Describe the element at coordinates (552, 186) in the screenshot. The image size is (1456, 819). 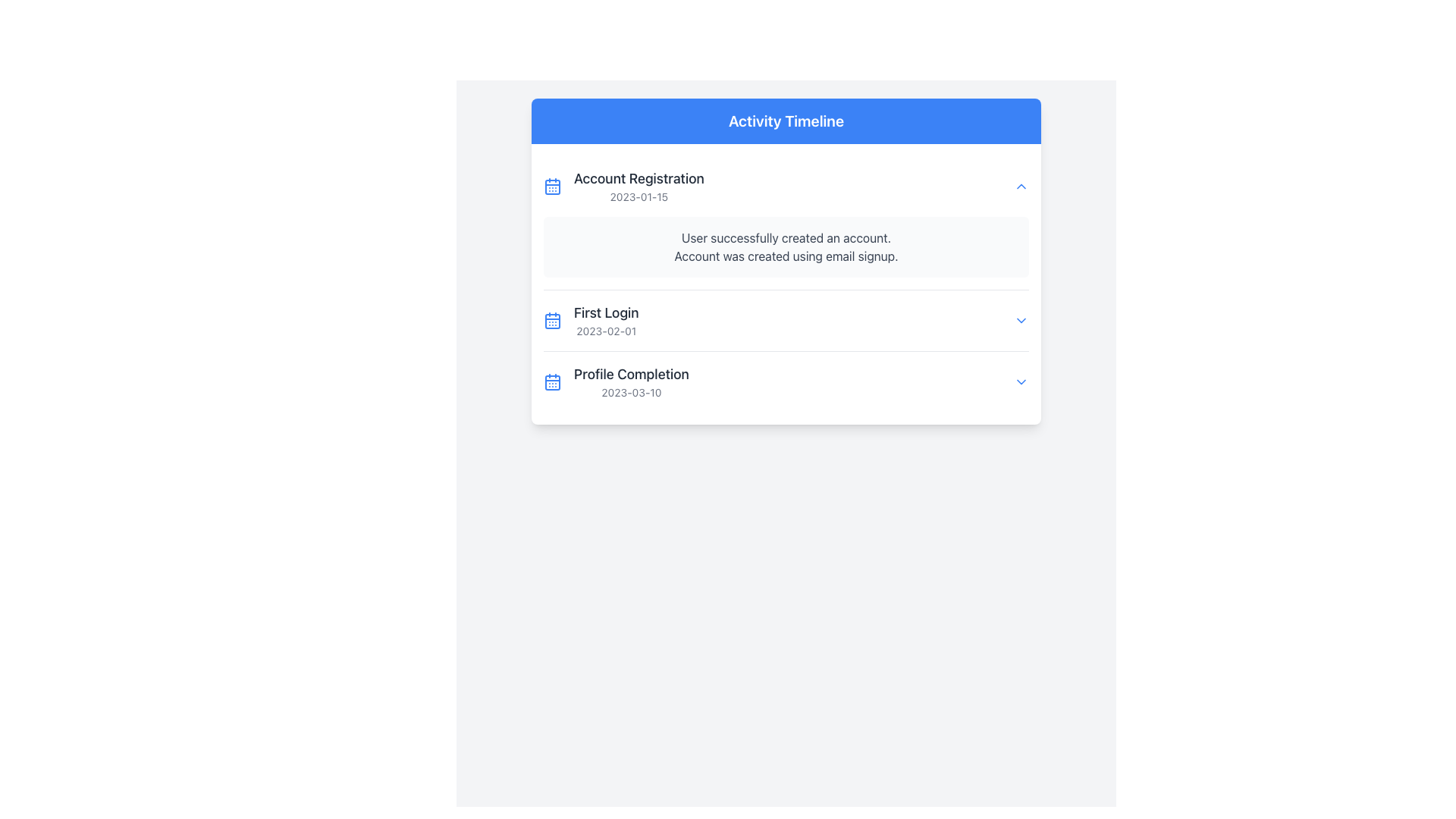
I see `the rounded rectangle element that forms the main background of the calendar icon, which is part of an SVG graphic in the top-left corner of the 'Activity Timeline'` at that location.